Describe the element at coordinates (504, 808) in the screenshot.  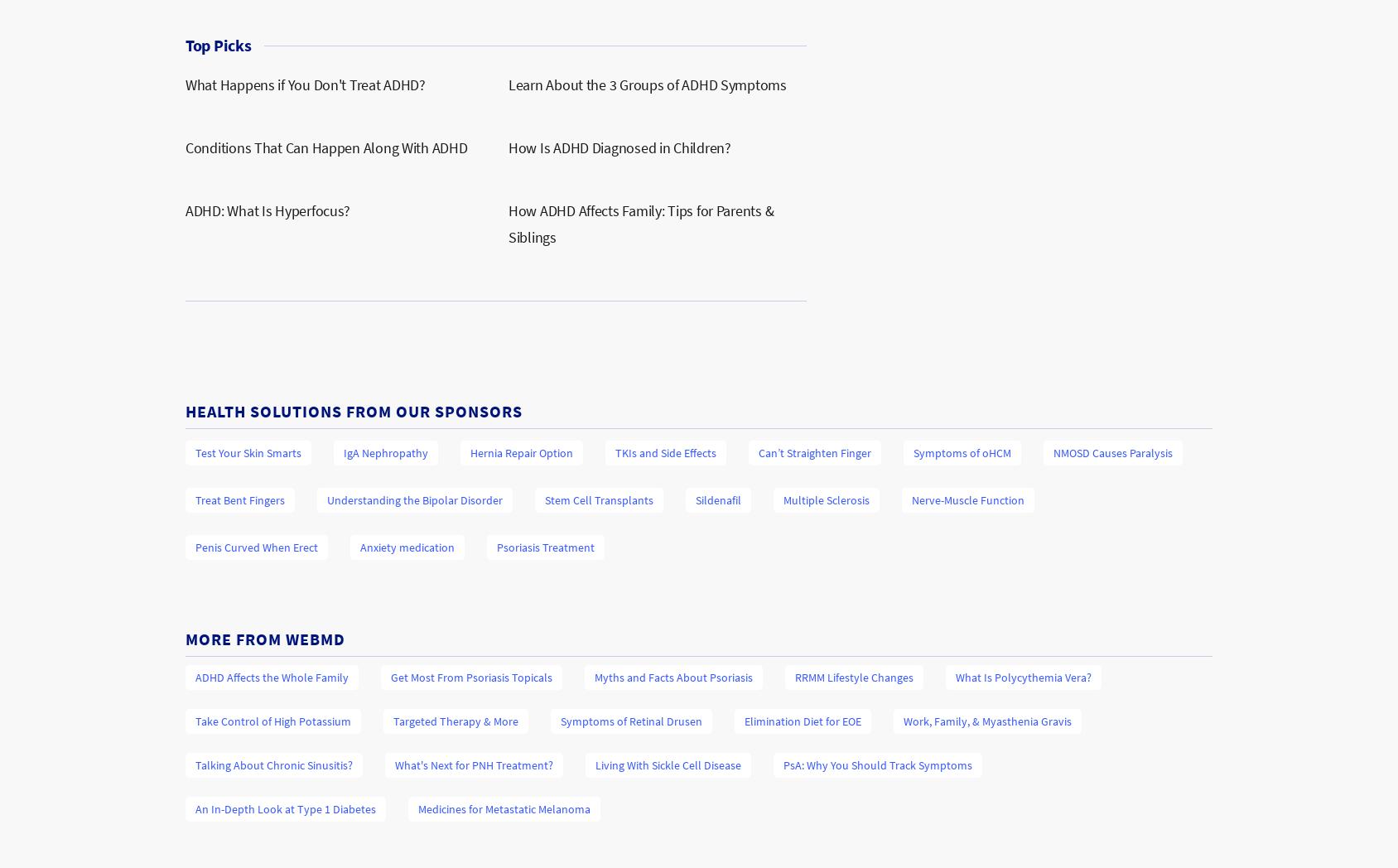
I see `'Medicines for Metastatic Melanoma'` at that location.